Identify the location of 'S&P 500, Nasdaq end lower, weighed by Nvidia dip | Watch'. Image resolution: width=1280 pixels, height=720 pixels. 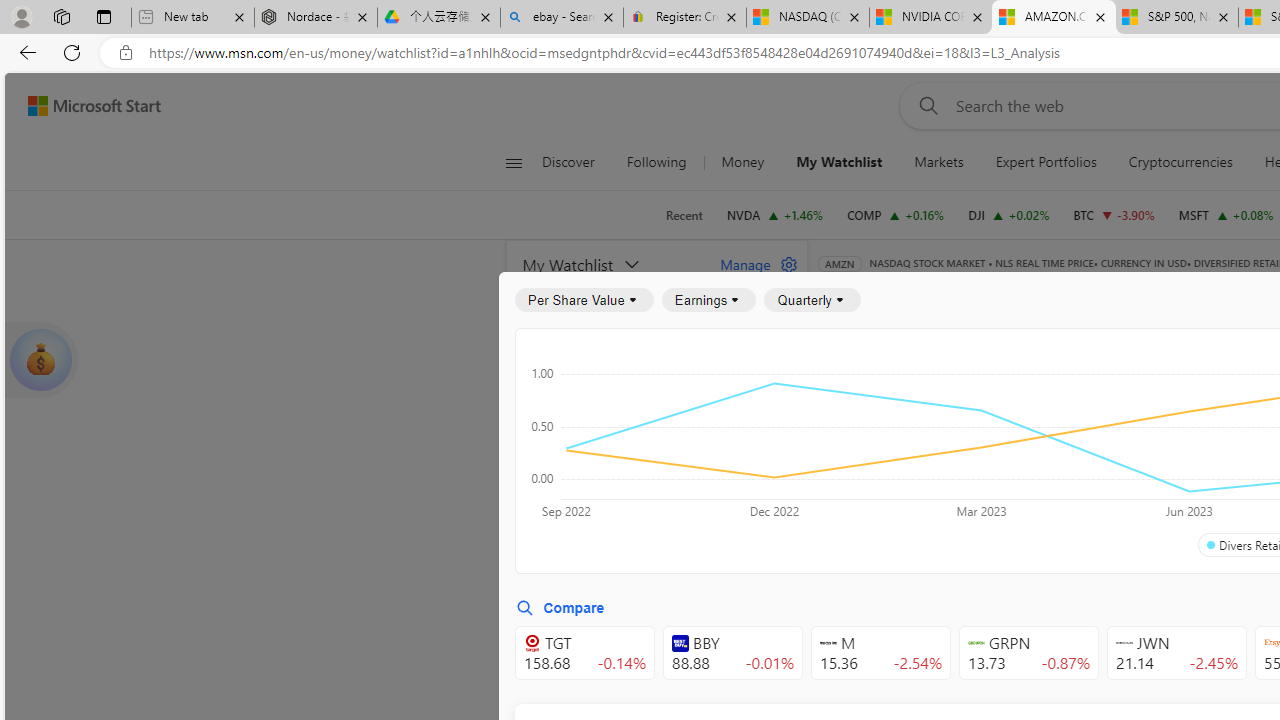
(1176, 17).